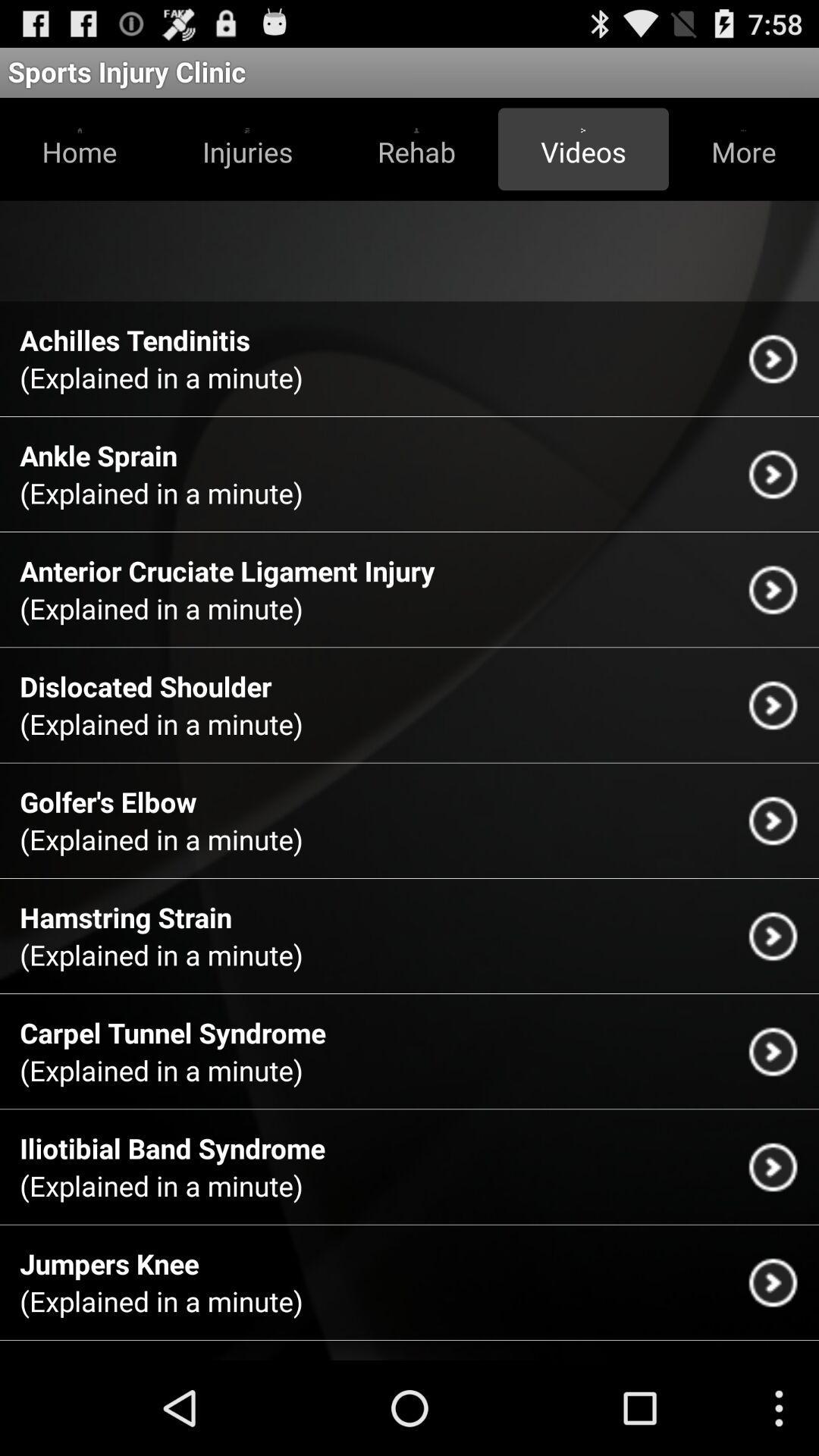  I want to click on the icon above explained in a, so click(108, 1263).